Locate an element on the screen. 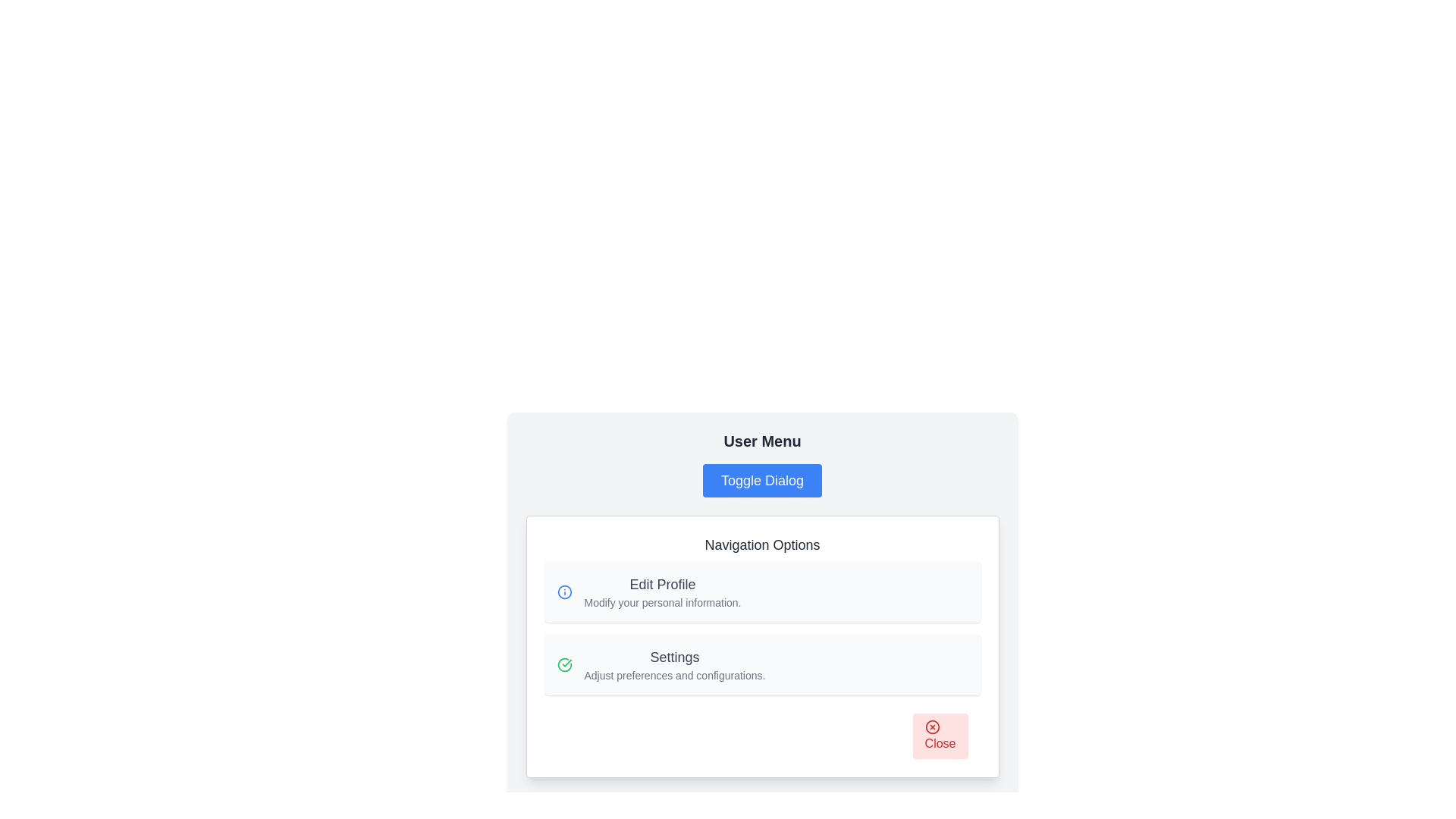 This screenshot has width=1456, height=819. the 'Settings' label with subtitle, which displays a title in large gray font and a descriptive subtitle in smaller gray text, located in the 'User Menu' interface under 'Navigation Options' is located at coordinates (673, 664).